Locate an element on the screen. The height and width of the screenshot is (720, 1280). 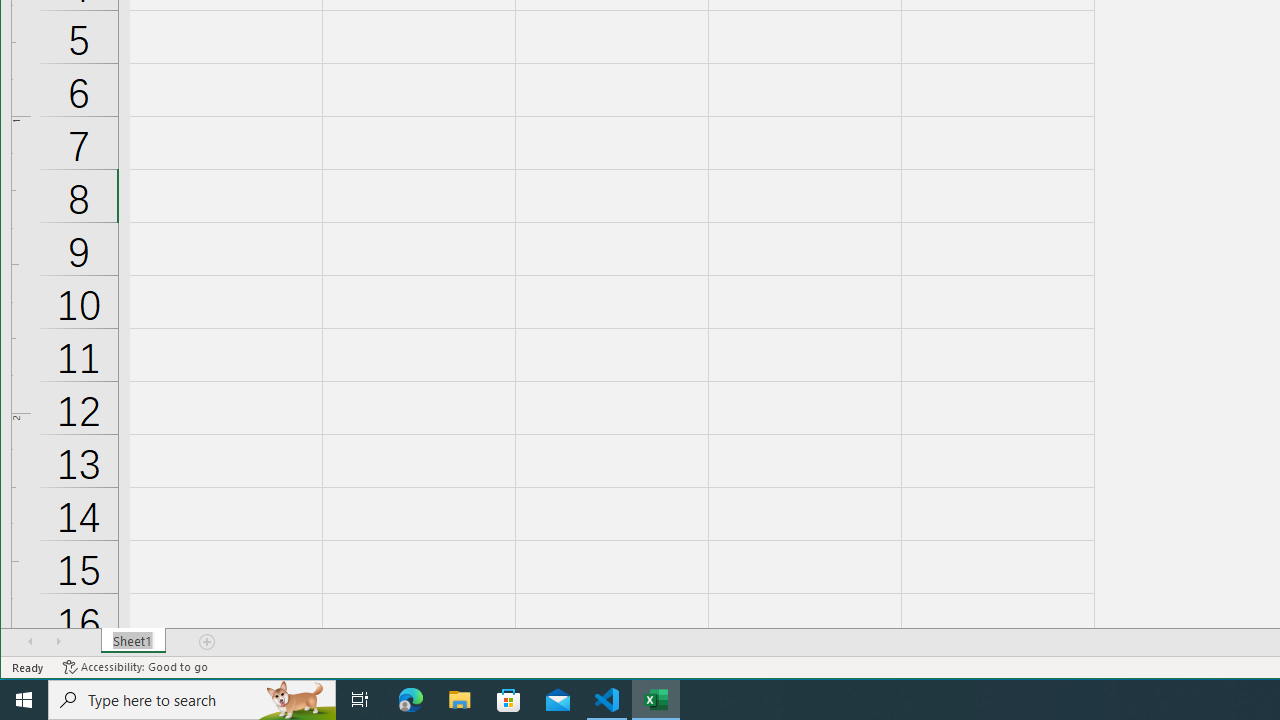
'Search highlights icon opens search home window' is located at coordinates (294, 698).